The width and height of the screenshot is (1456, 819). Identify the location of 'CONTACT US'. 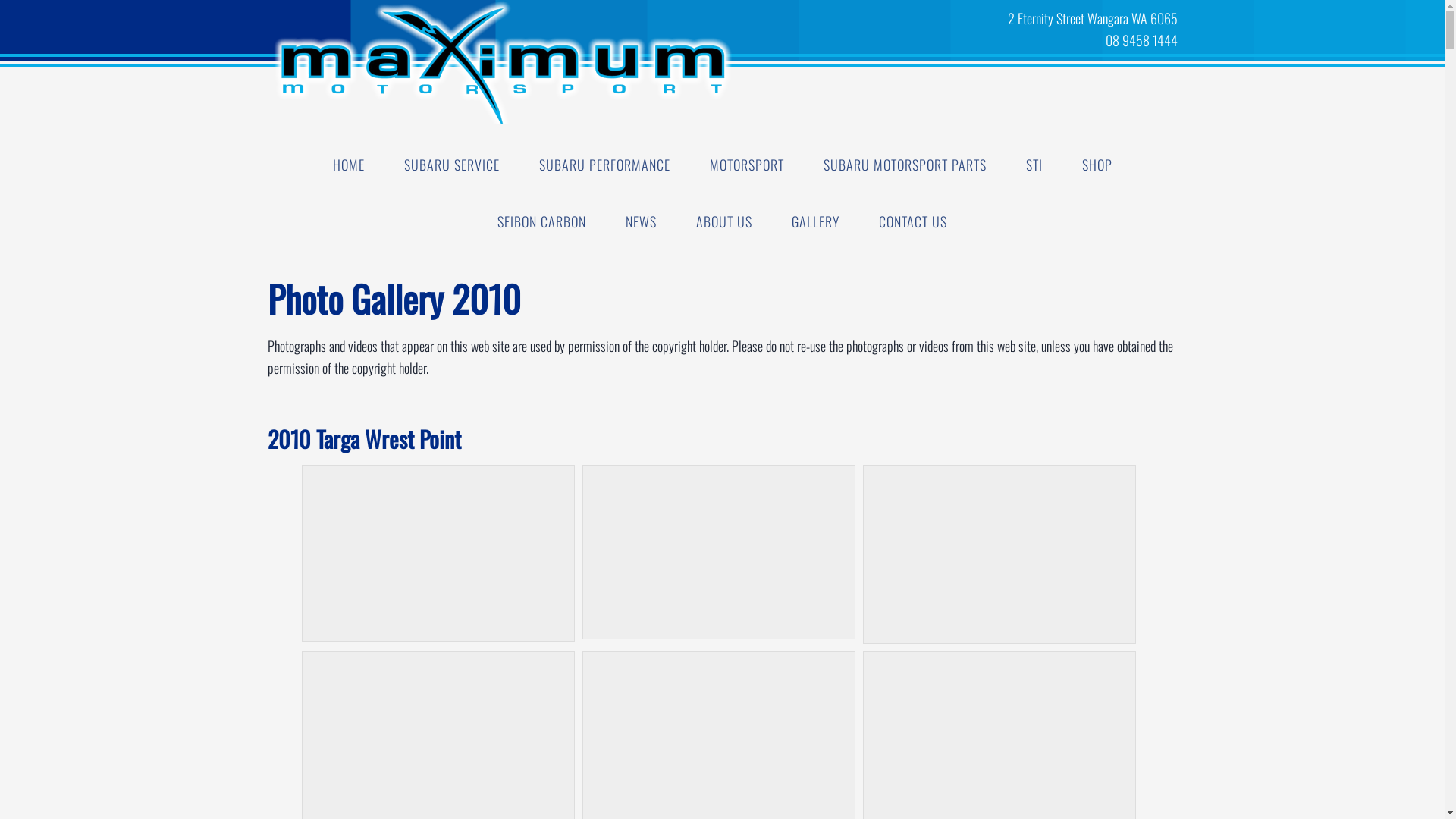
(912, 221).